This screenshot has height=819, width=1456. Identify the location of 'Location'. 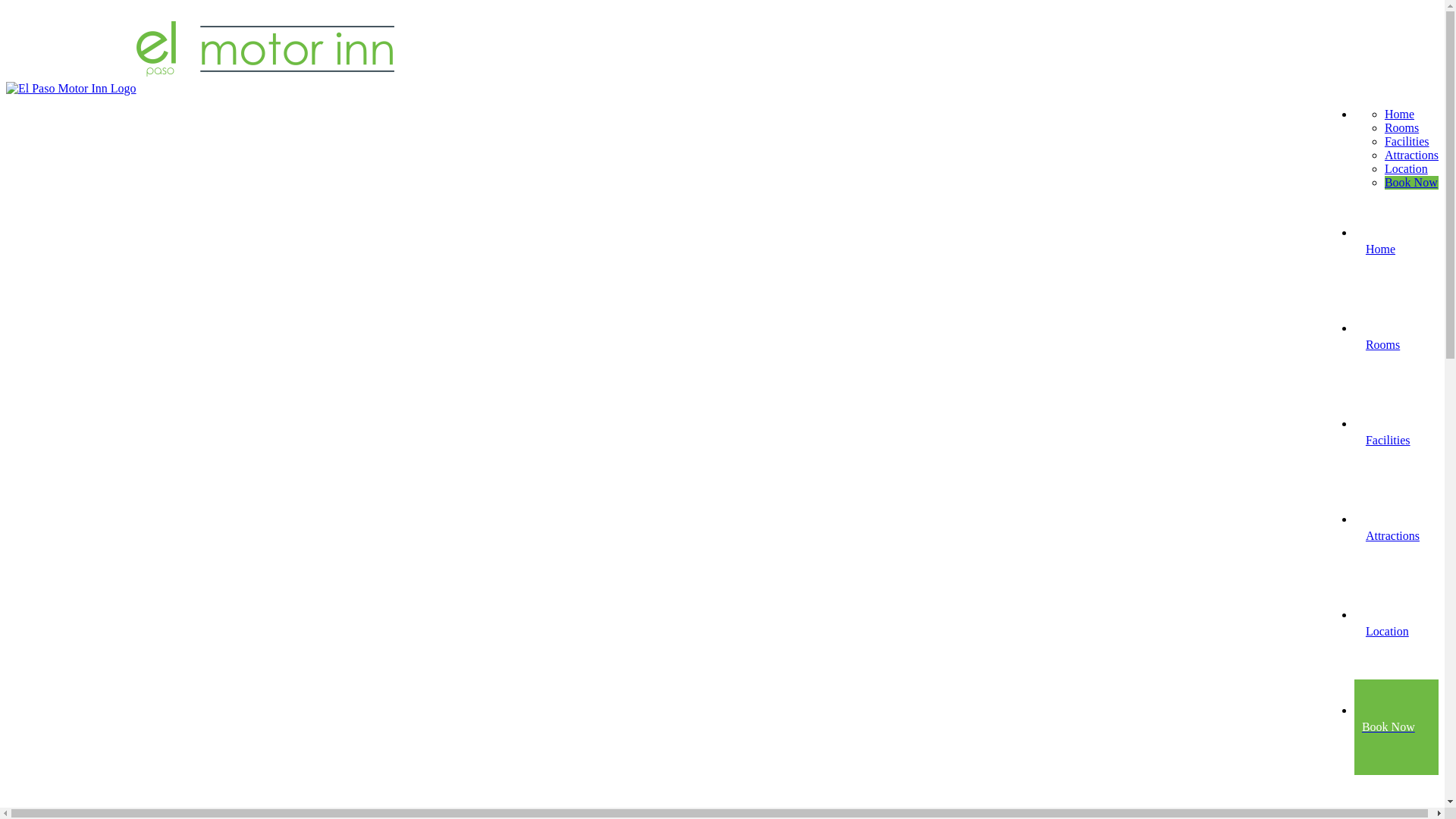
(1405, 168).